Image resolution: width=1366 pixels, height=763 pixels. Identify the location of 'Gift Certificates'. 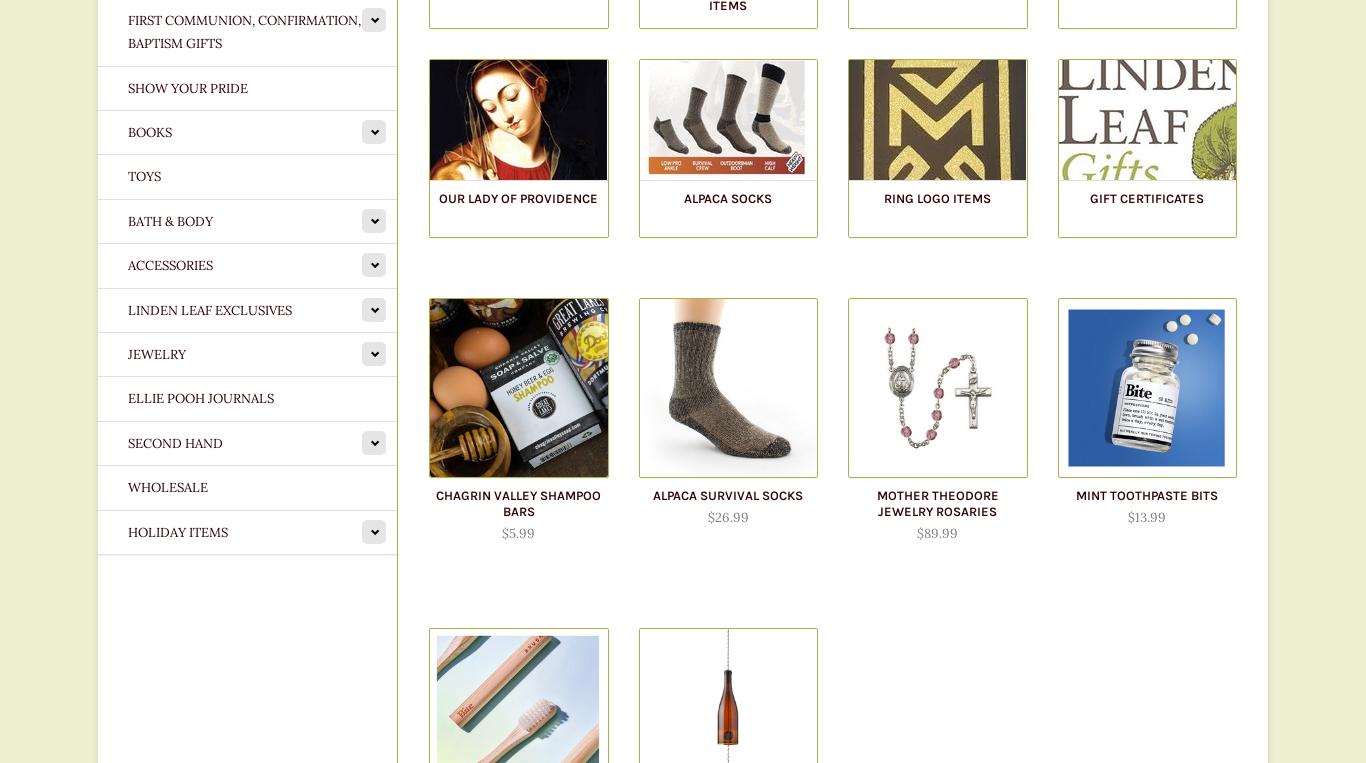
(1147, 198).